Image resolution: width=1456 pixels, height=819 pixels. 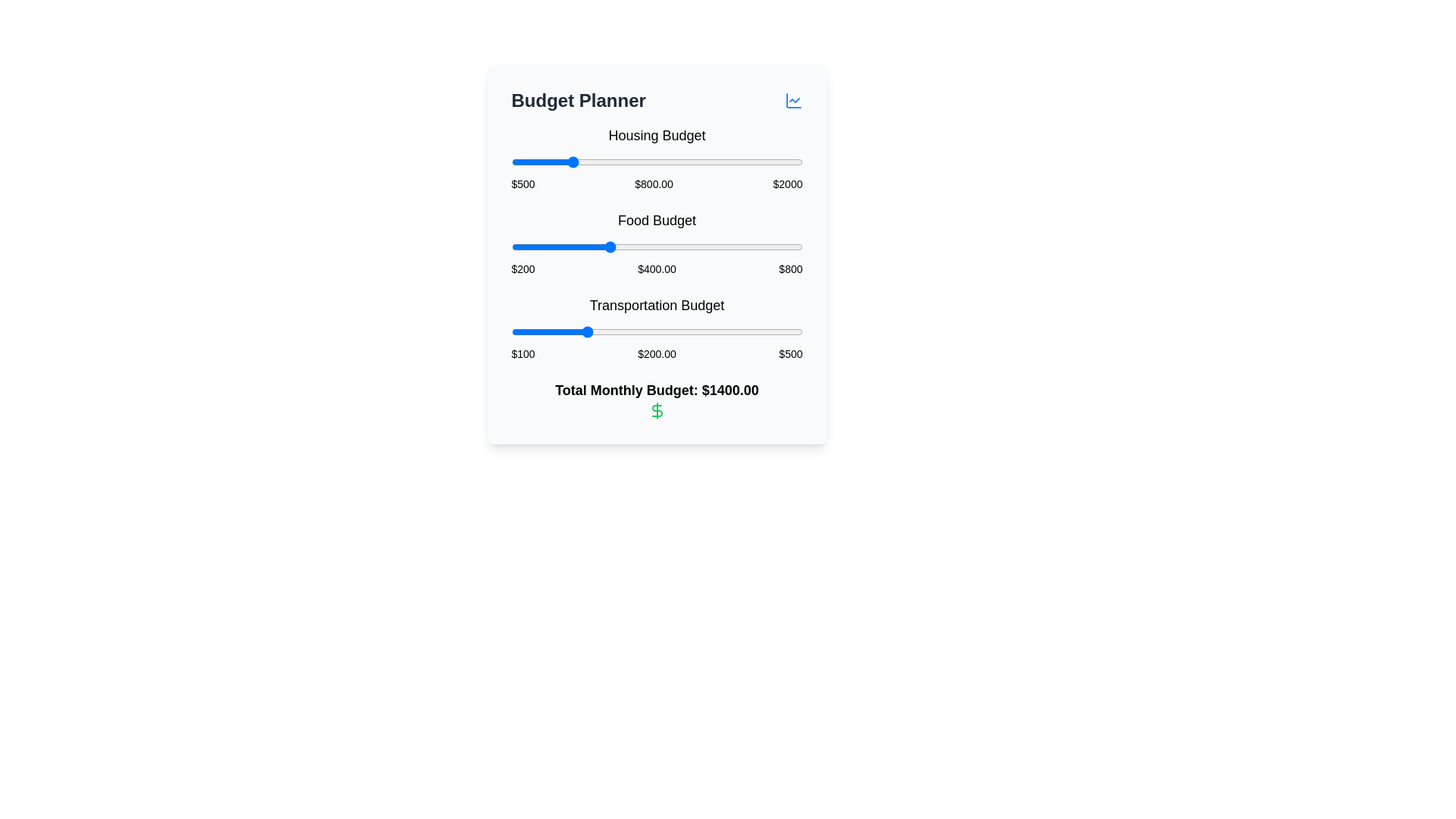 What do you see at coordinates (738, 246) in the screenshot?
I see `the Food Budget slider` at bounding box center [738, 246].